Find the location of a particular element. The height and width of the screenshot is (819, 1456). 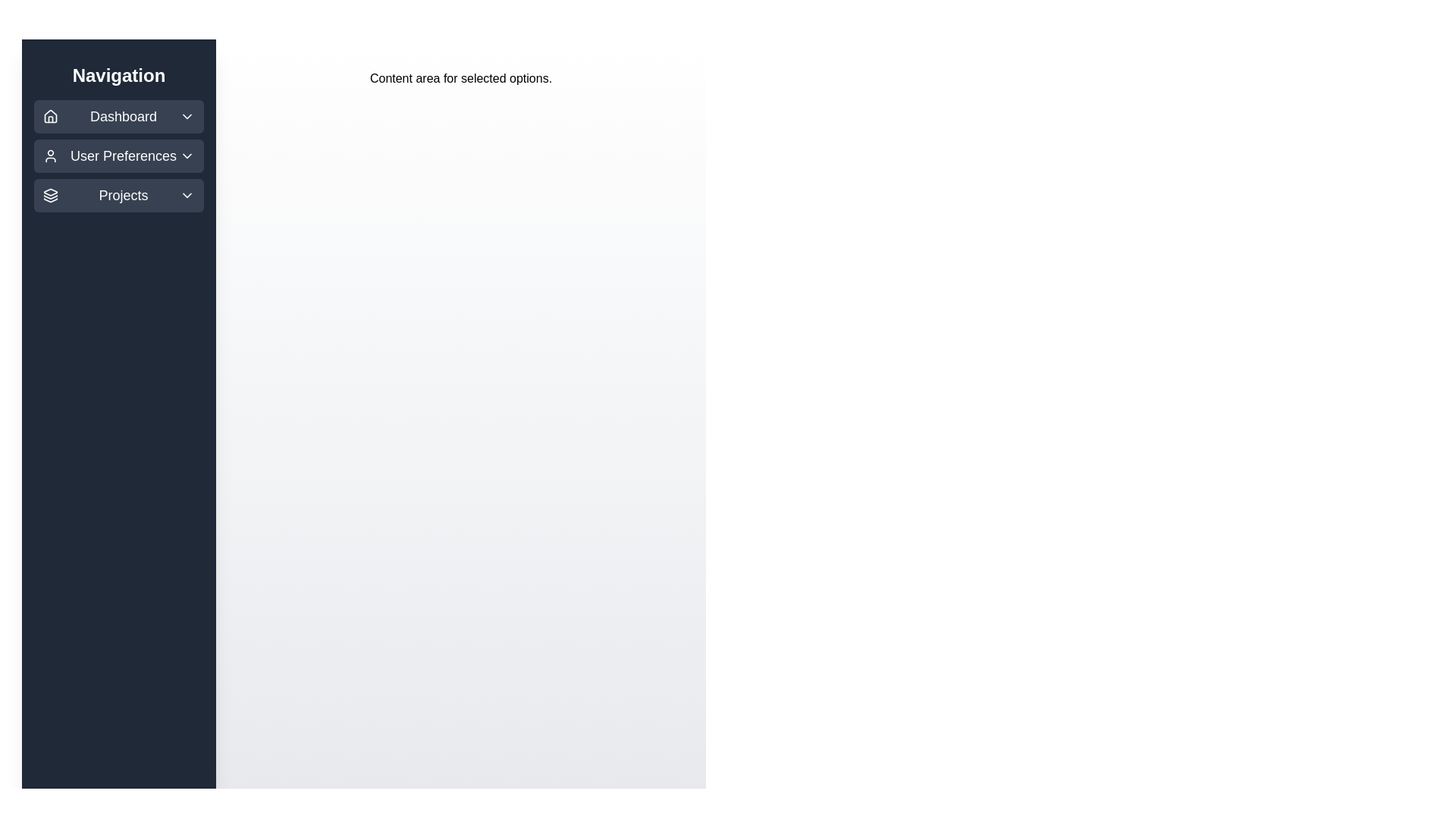

the downward-facing gray chevron icon that indicates an expandable menu within the 'User Preferences' button is located at coordinates (186, 155).